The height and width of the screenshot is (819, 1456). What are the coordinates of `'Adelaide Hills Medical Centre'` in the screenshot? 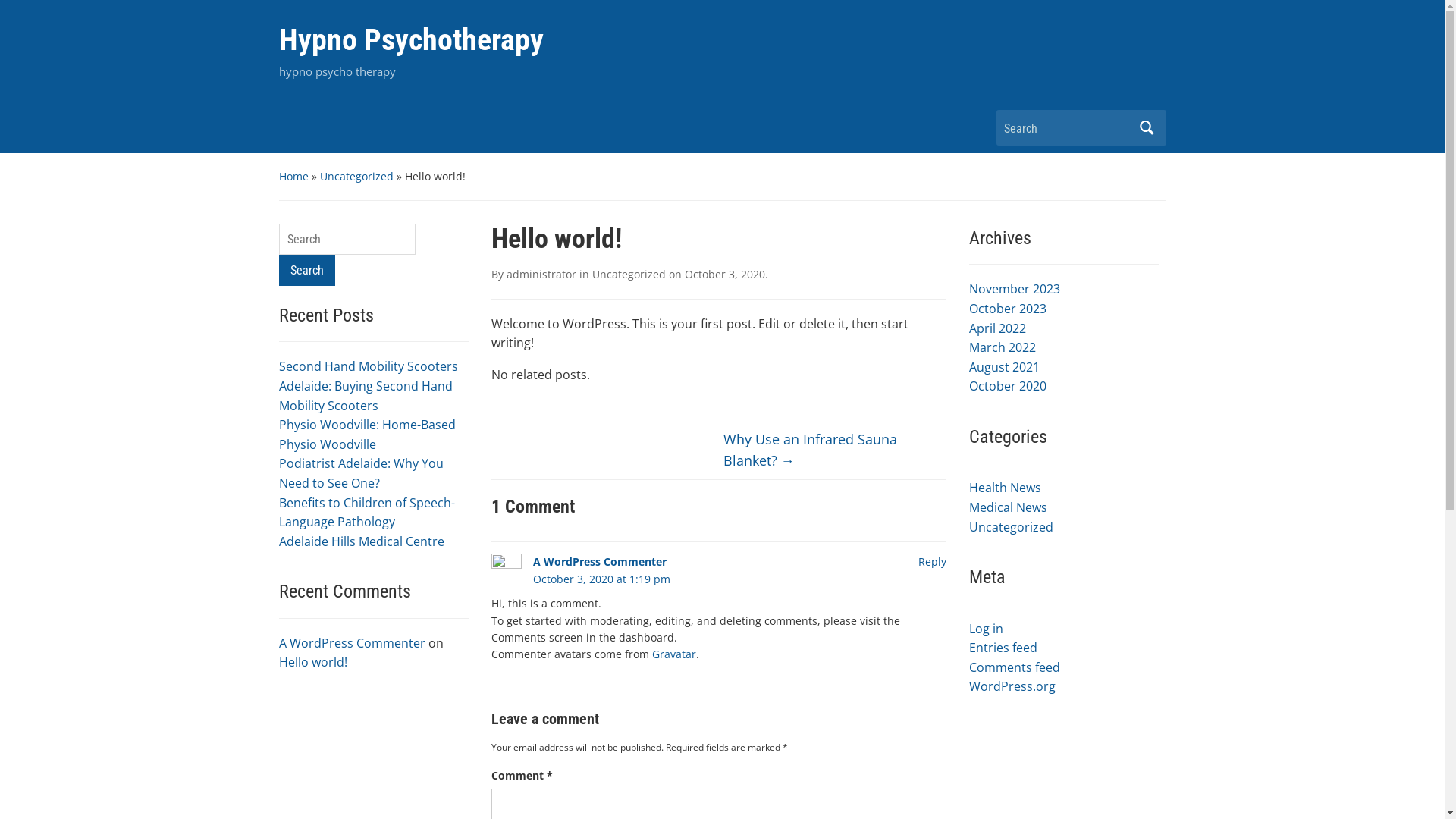 It's located at (360, 540).